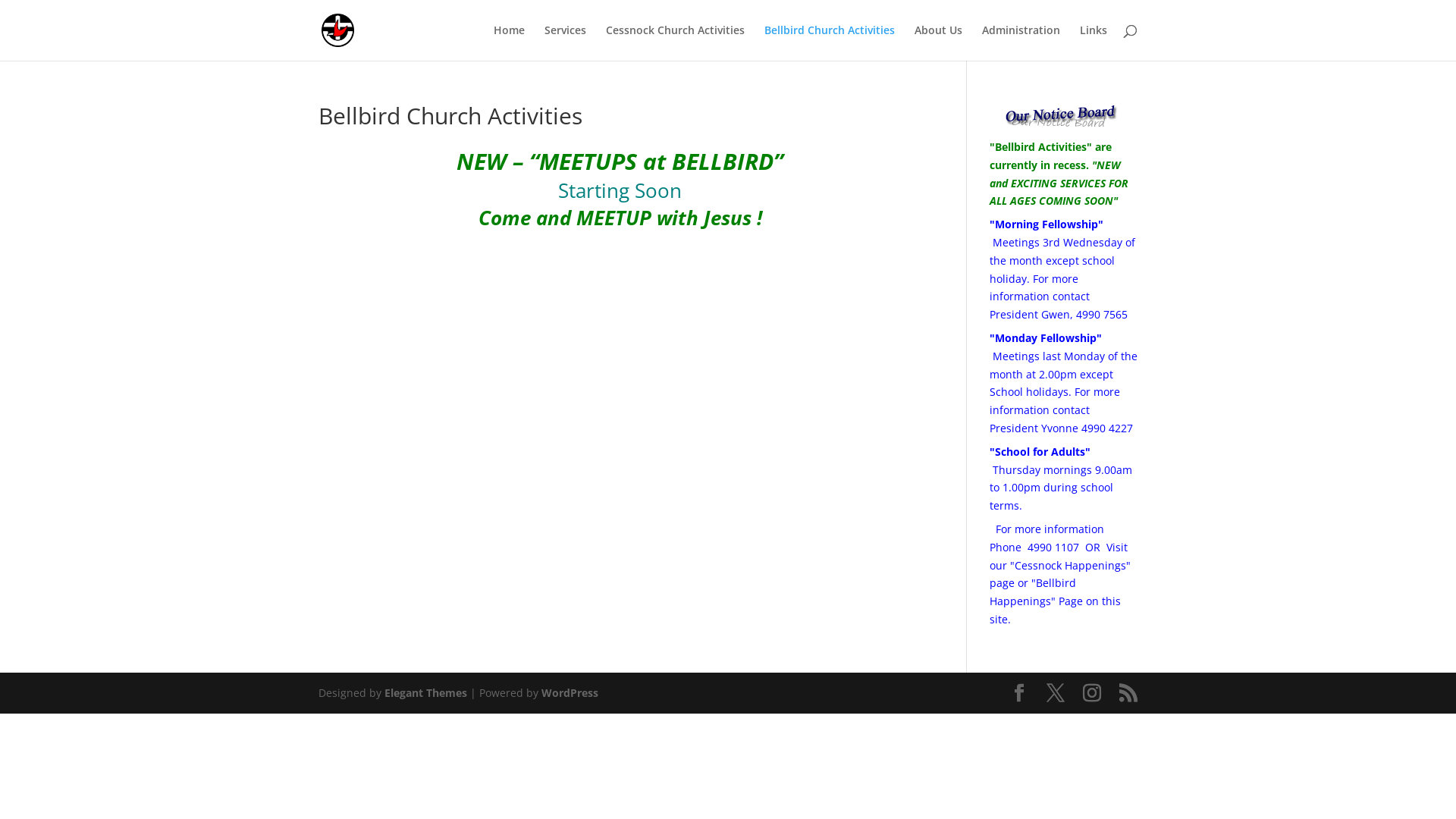 This screenshot has width=1456, height=819. What do you see at coordinates (604, 42) in the screenshot?
I see `'Cessnock Church Activities'` at bounding box center [604, 42].